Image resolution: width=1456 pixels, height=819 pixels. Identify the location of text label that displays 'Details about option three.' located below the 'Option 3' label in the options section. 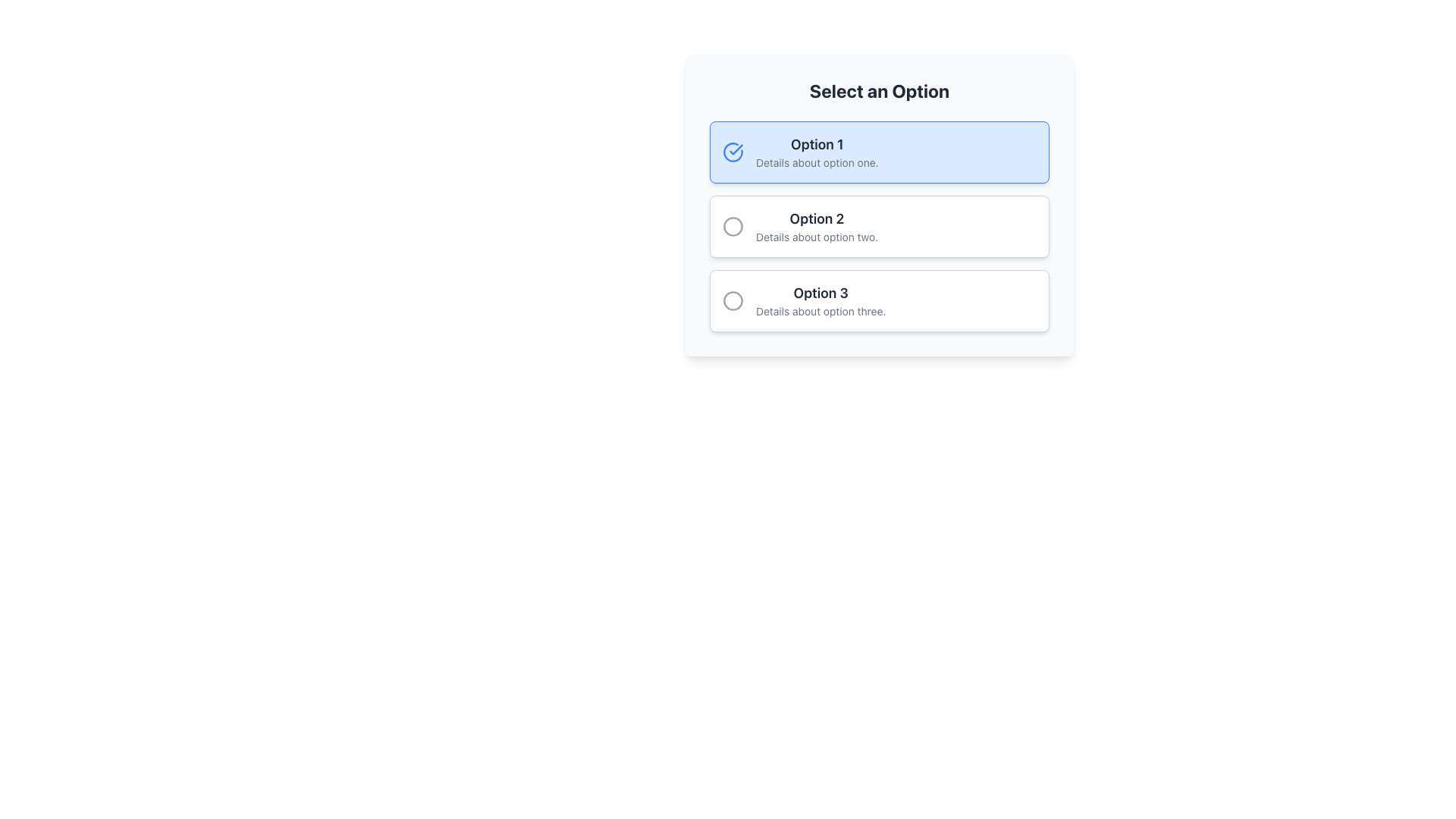
(820, 311).